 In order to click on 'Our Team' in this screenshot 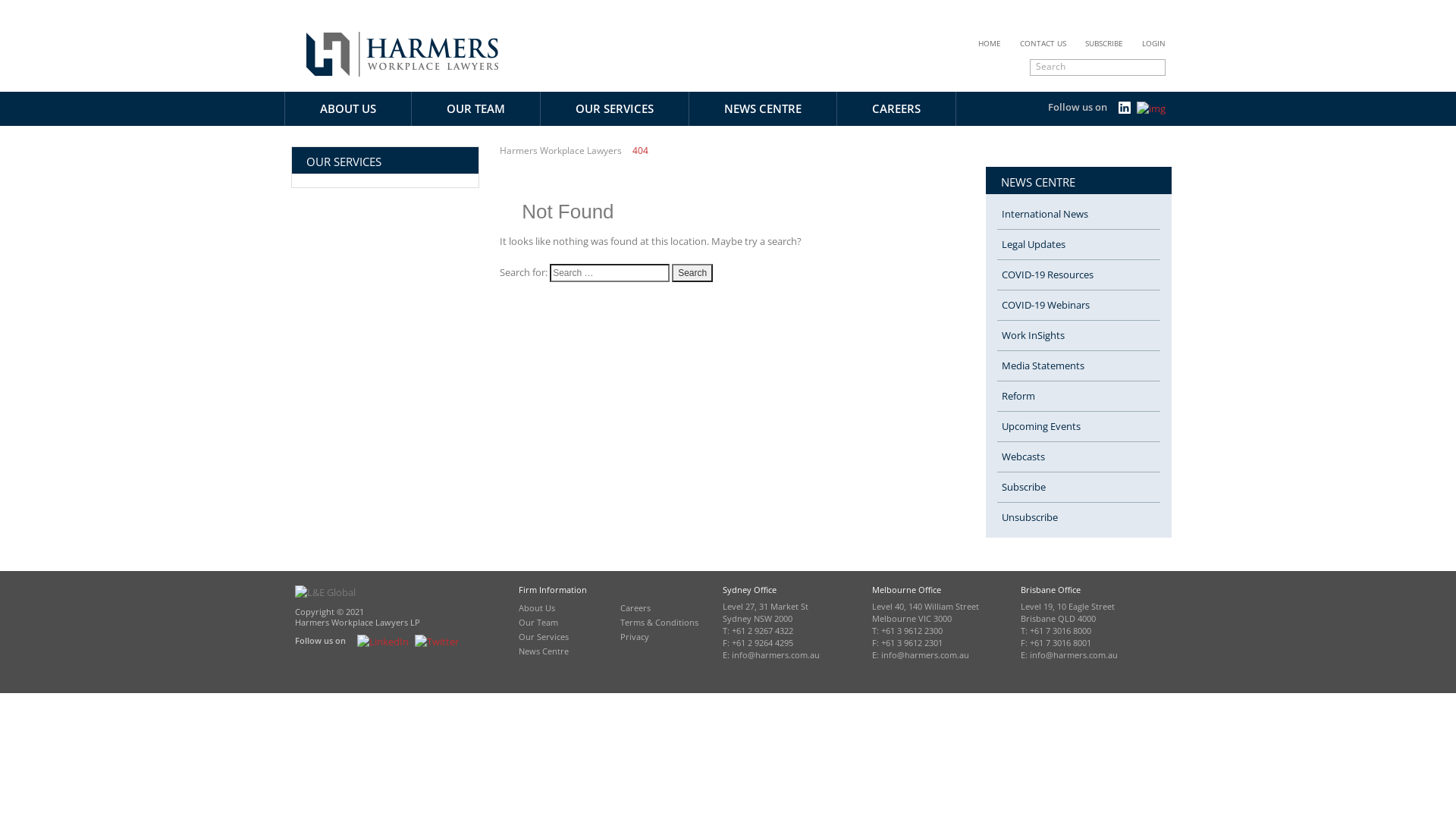, I will do `click(538, 622)`.